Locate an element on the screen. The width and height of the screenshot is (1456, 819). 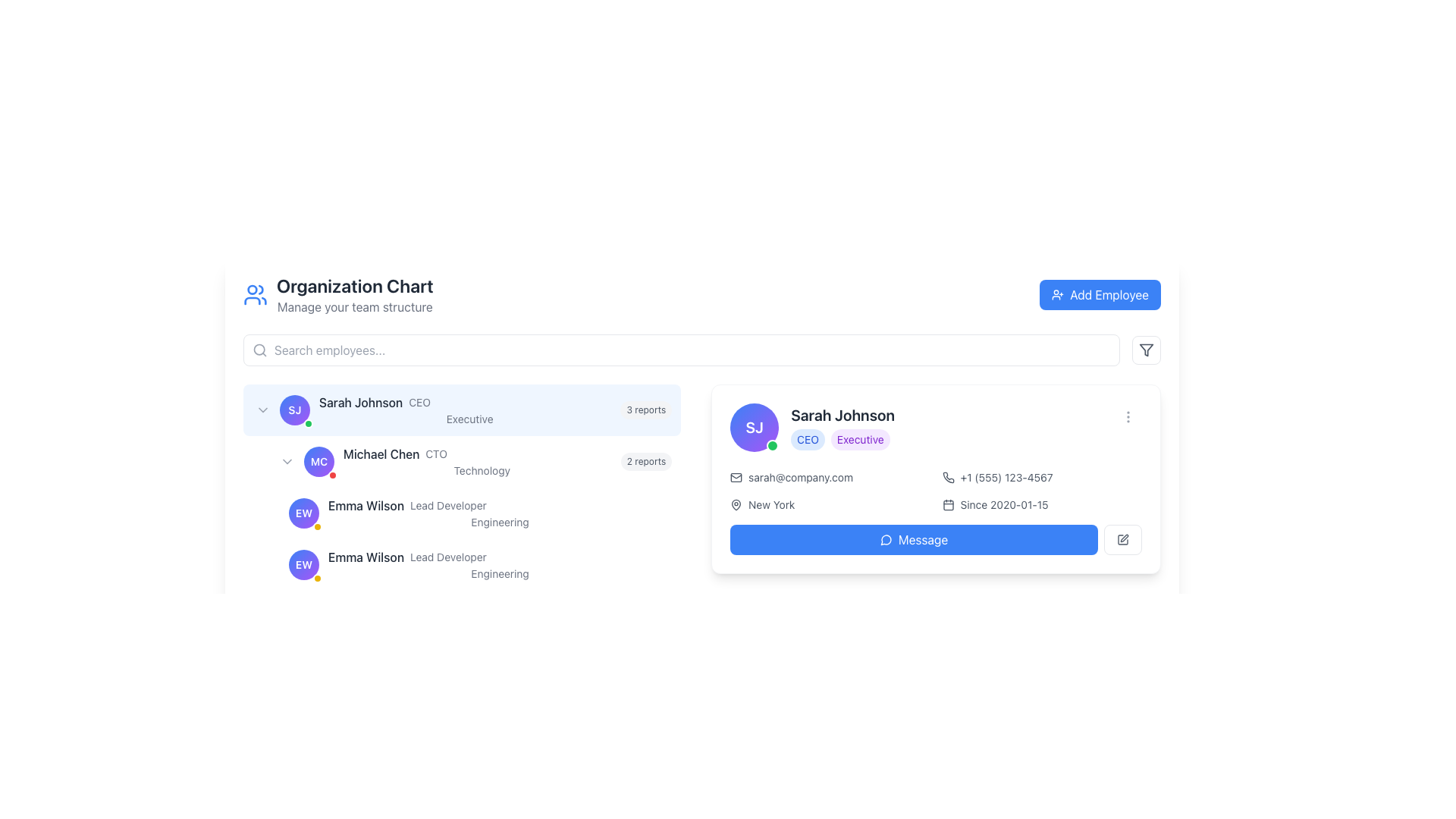
the text label displaying 'Emma Wilson' for referencing is located at coordinates (366, 506).